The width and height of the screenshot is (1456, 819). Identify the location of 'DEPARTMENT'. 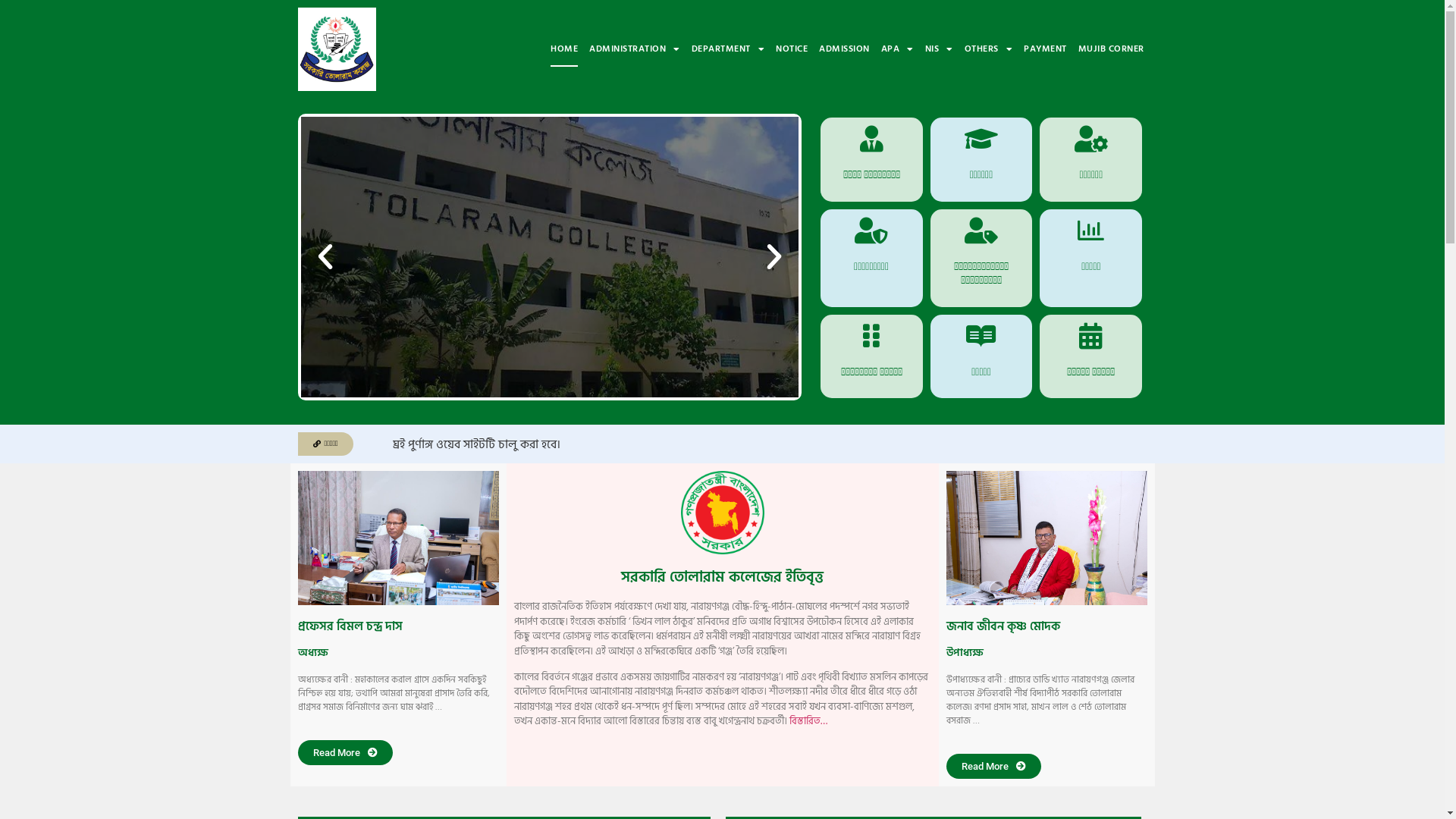
(728, 49).